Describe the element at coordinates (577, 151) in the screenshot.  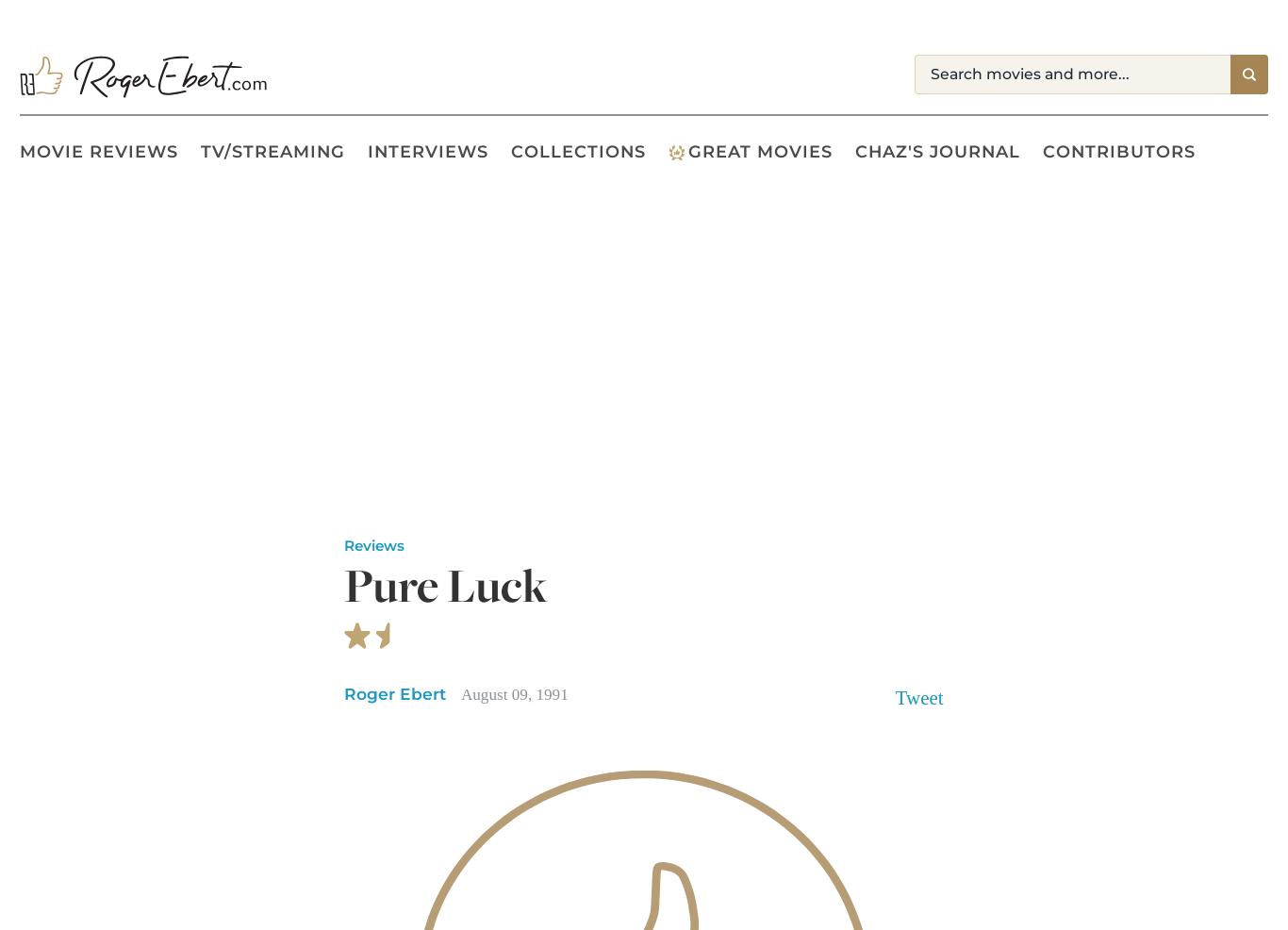
I see `'Collections'` at that location.